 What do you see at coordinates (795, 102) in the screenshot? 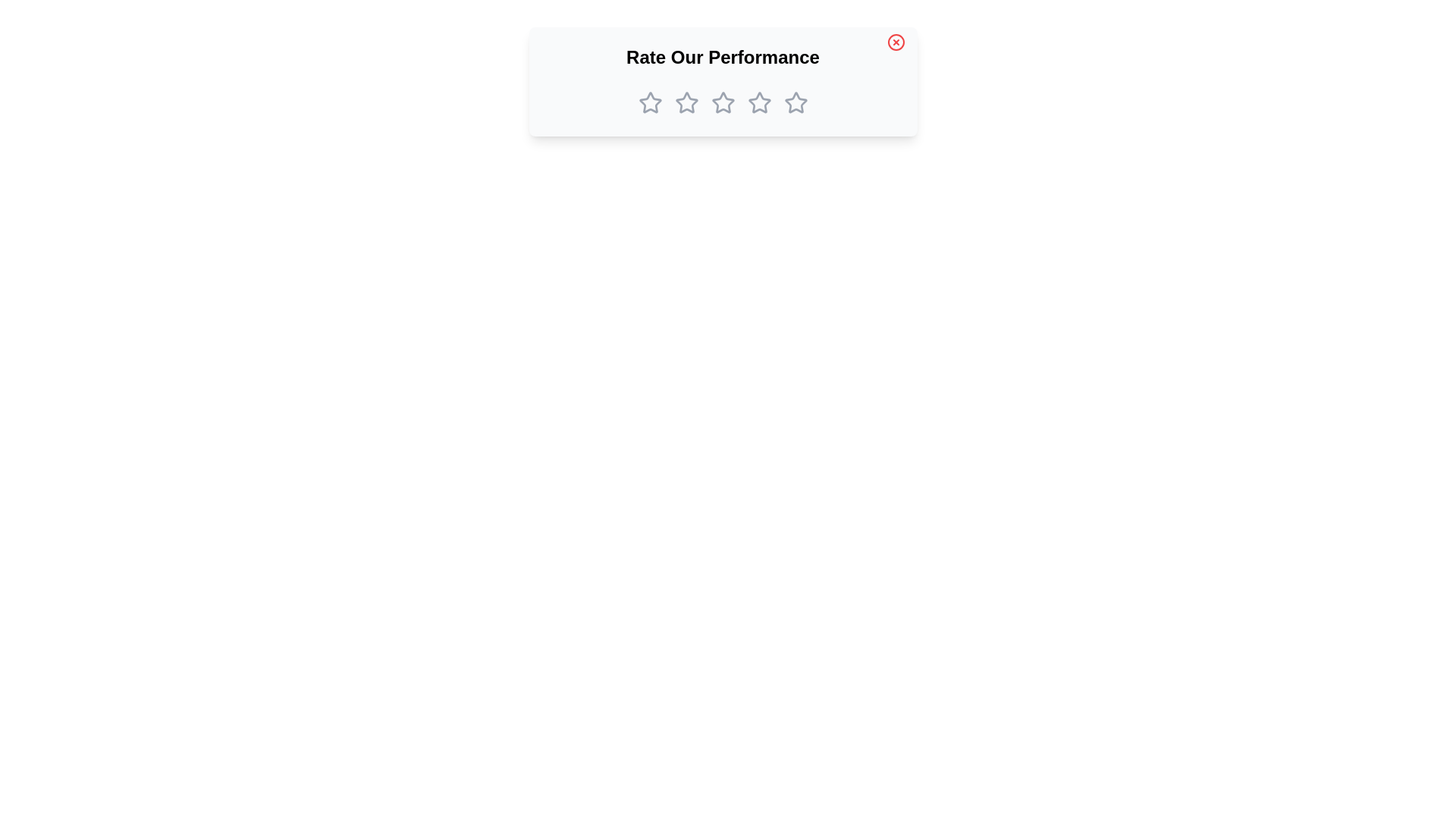
I see `the star corresponding to the desired rating 5` at bounding box center [795, 102].